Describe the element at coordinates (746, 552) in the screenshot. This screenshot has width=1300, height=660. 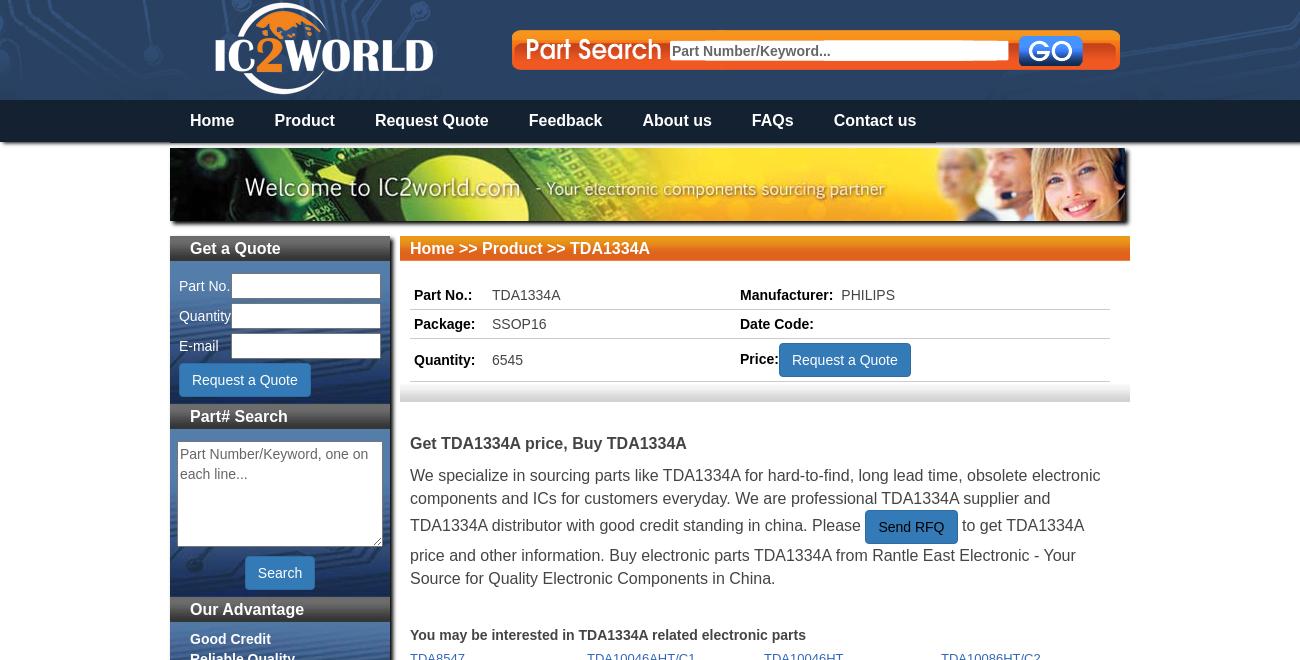
I see `'to
        get TDA1334A price and other information. Buy electronic parts TDA1334A from Rantle East Electronic - Your Source for Quality Electronic Components in China.'` at that location.